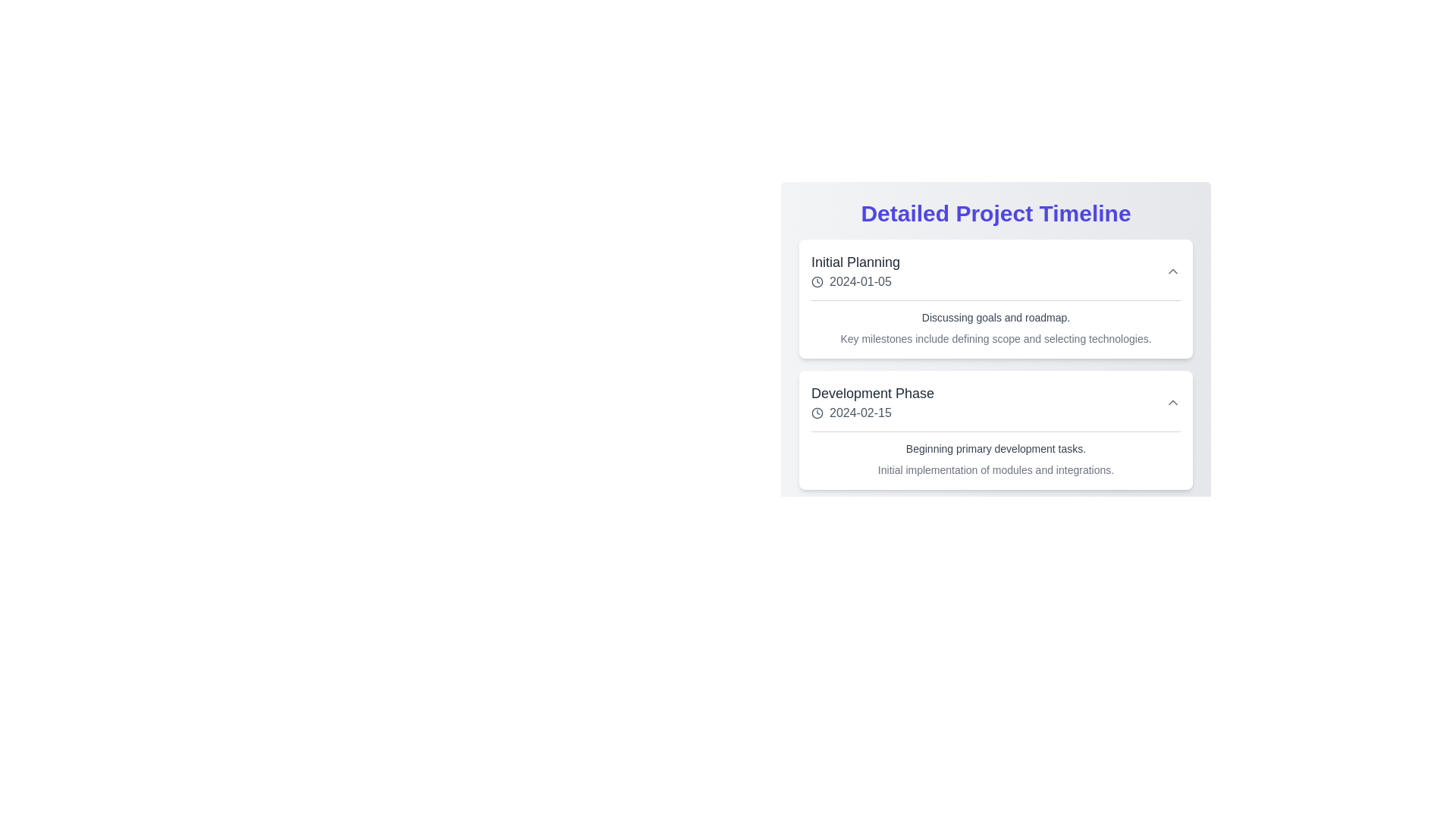 The width and height of the screenshot is (1456, 819). I want to click on the Text Label that conveys additional details about the goals and roadmap discussed during the initial planning phase, which is located just below the title and date in the 'Initial Planning' section, so click(996, 317).